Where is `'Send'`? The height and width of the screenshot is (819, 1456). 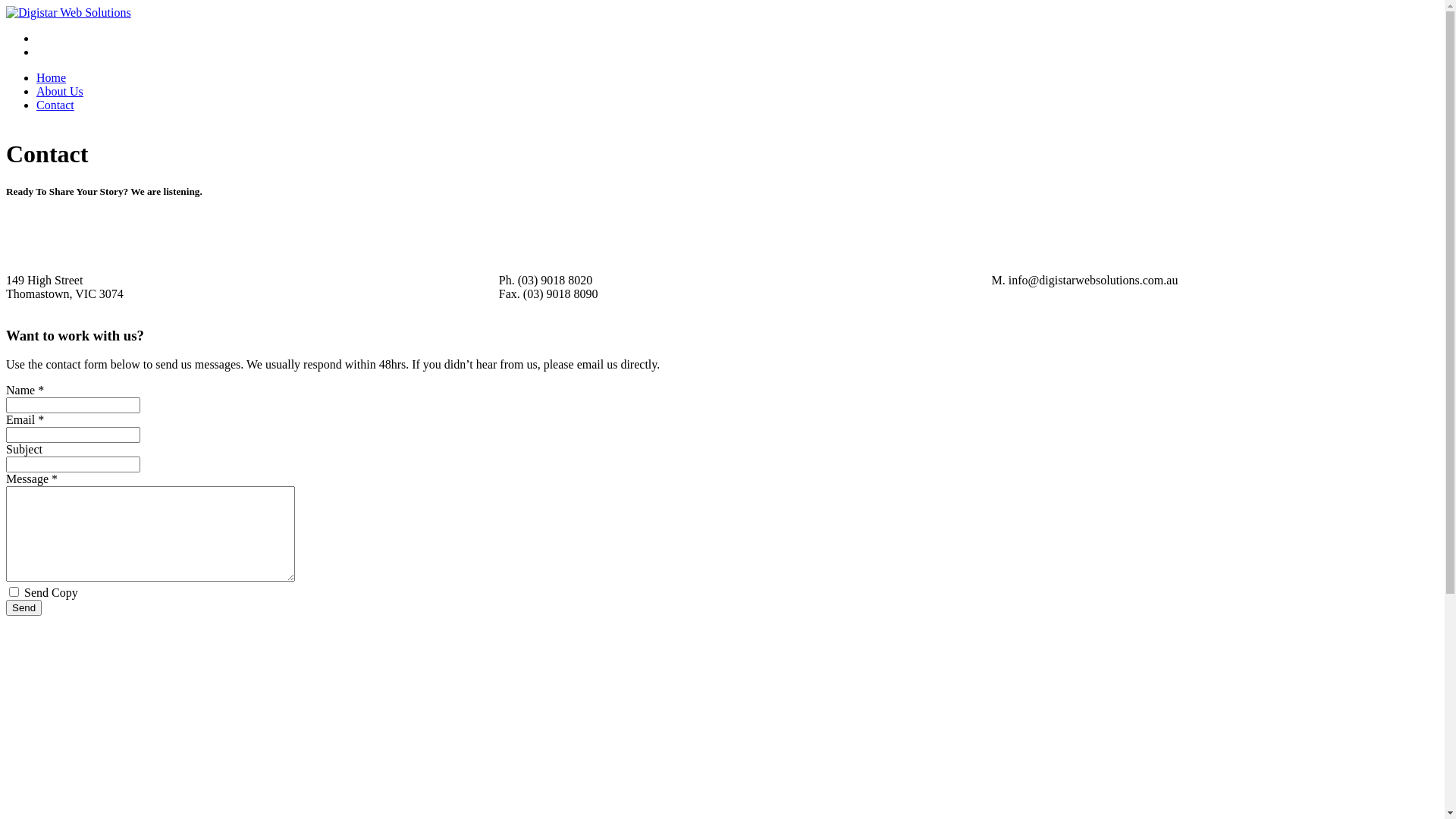 'Send' is located at coordinates (24, 607).